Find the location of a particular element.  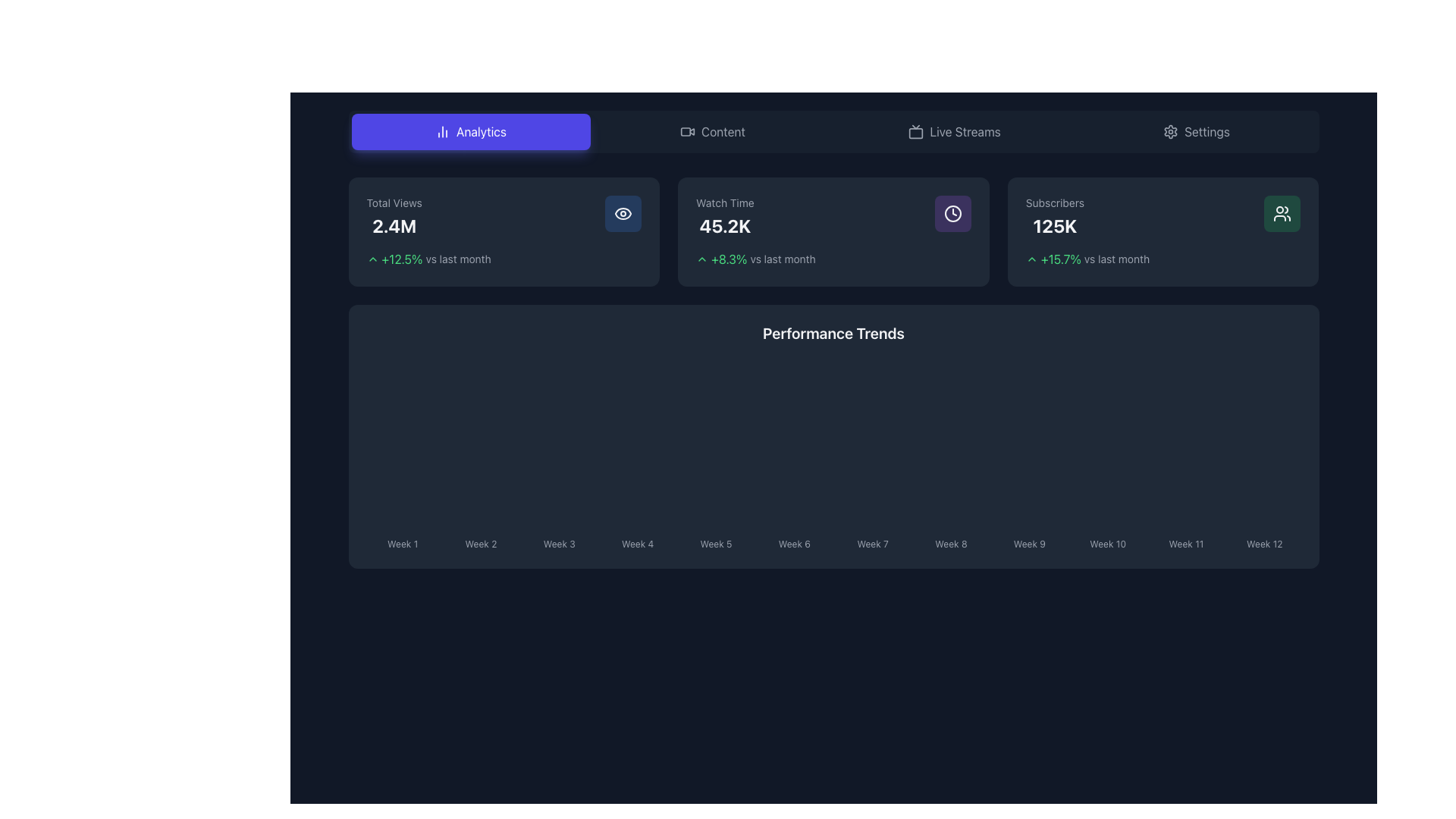

the label reading 'Week 9' which is part of a grid layout under 'Performance Trends' is located at coordinates (1029, 540).